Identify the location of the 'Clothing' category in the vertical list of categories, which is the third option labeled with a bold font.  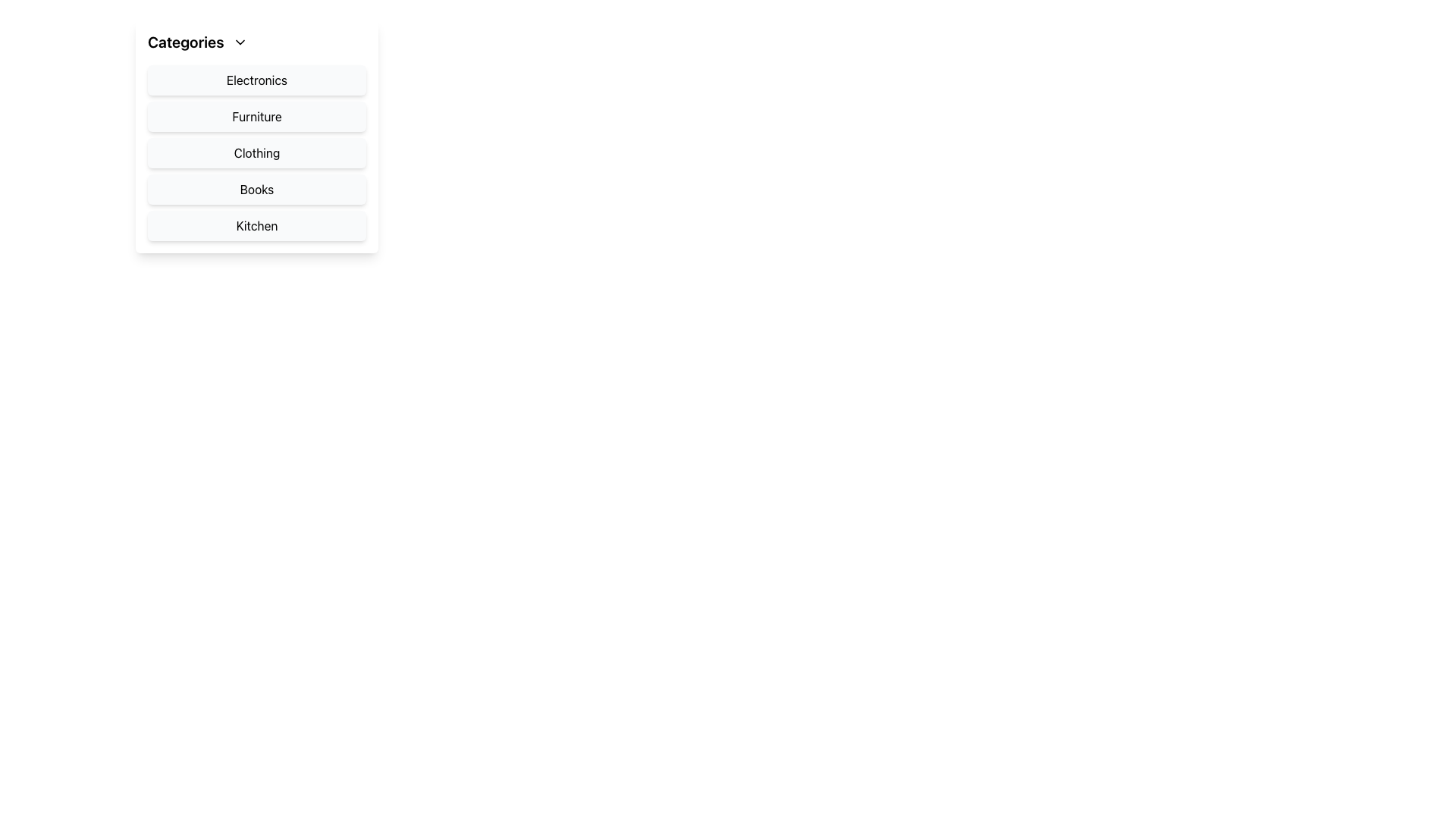
(257, 136).